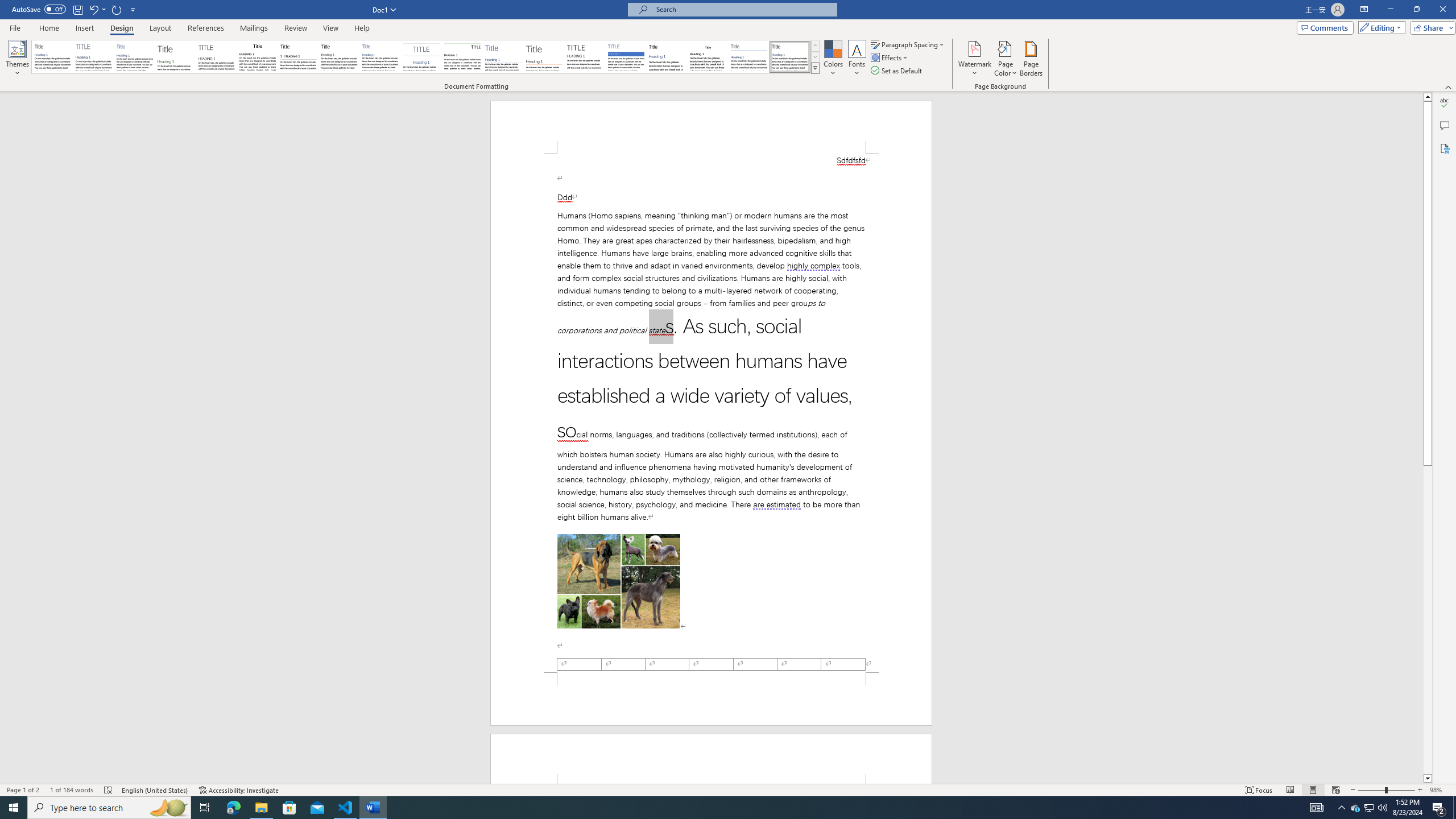 The width and height of the screenshot is (1456, 819). Describe the element at coordinates (23, 790) in the screenshot. I see `'Page Number Page 1 of 2'` at that location.